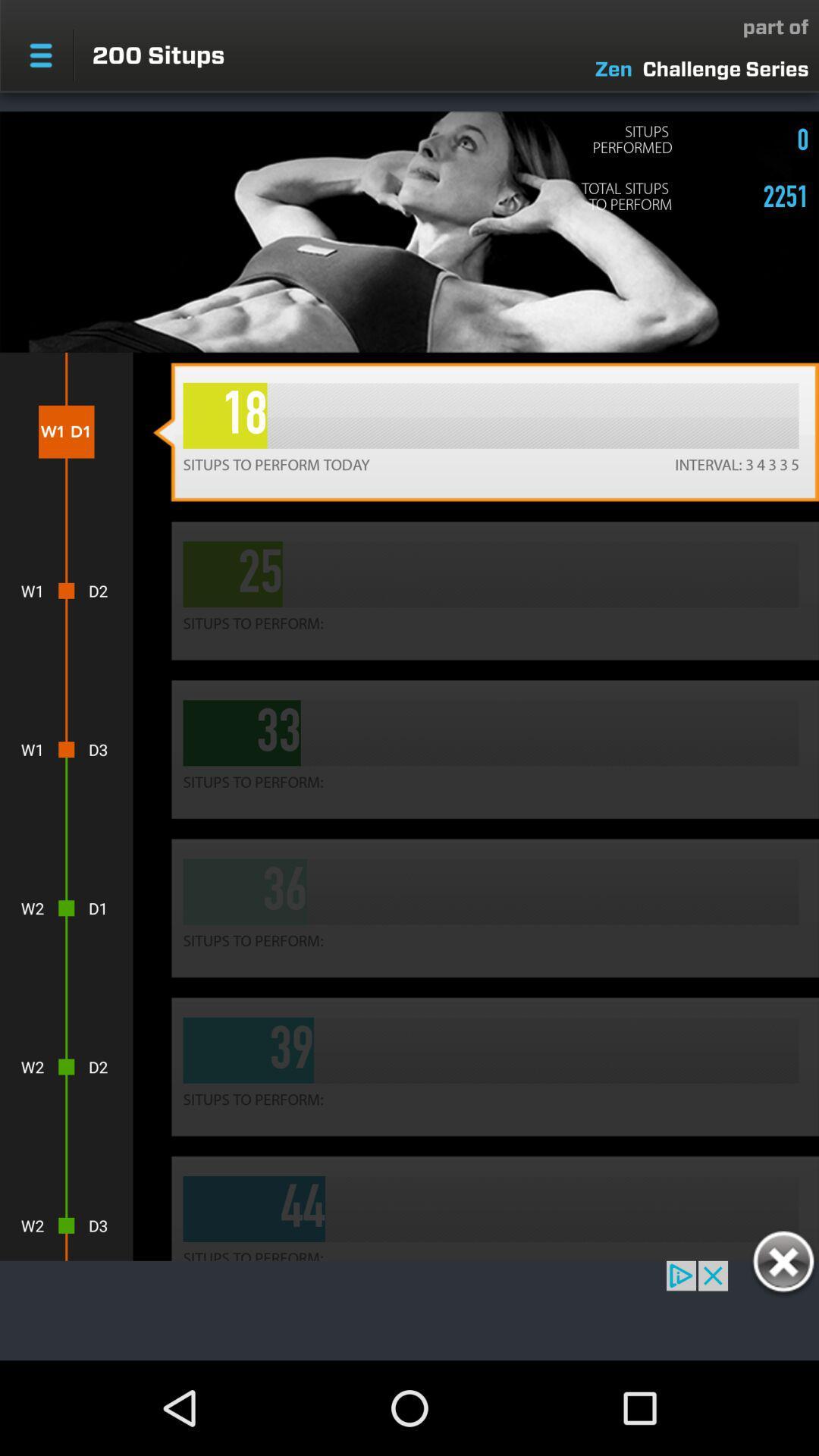 This screenshot has width=819, height=1456. Describe the element at coordinates (40, 55) in the screenshot. I see `options menu` at that location.